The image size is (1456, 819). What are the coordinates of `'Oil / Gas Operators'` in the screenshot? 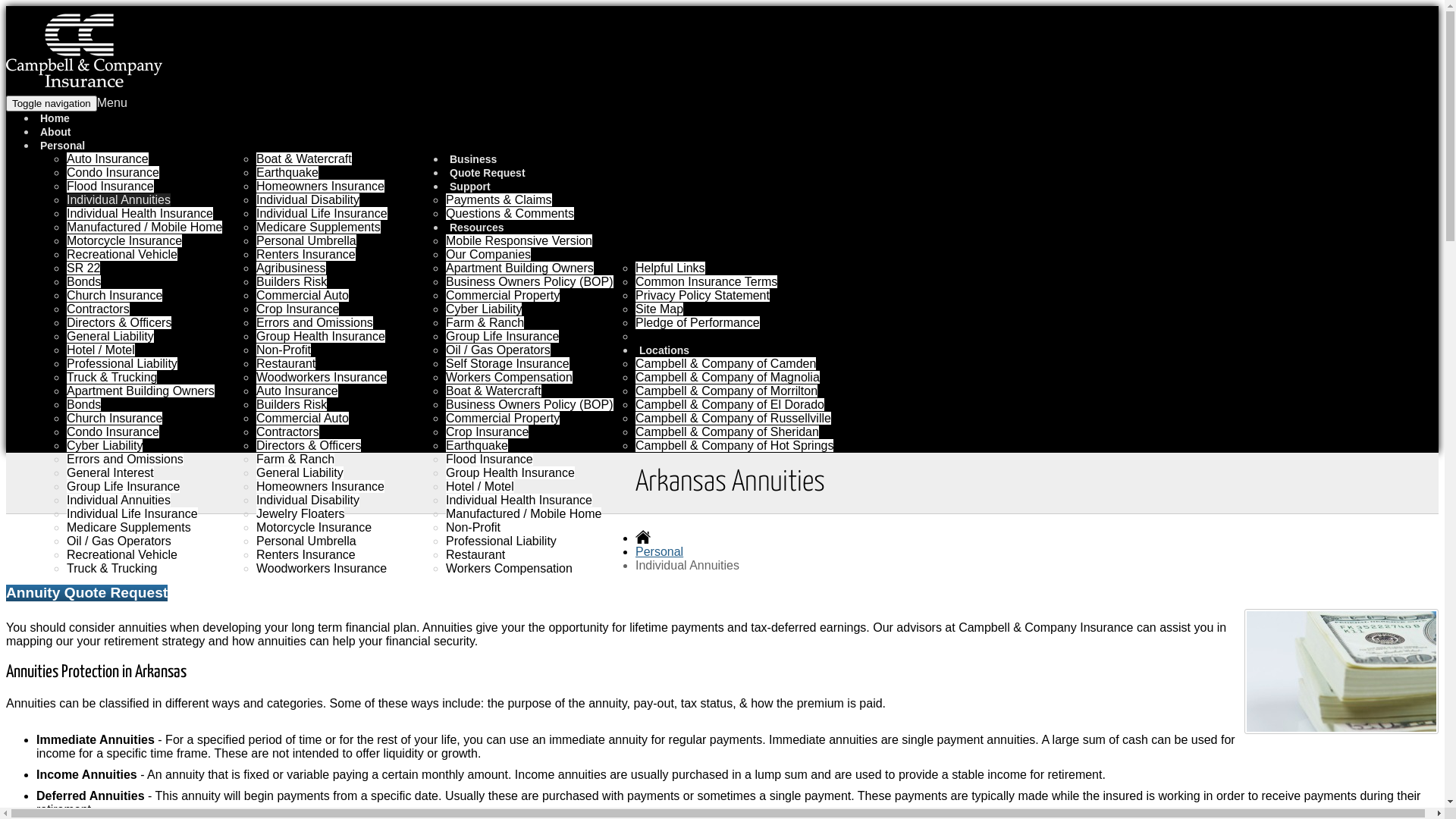 It's located at (498, 350).